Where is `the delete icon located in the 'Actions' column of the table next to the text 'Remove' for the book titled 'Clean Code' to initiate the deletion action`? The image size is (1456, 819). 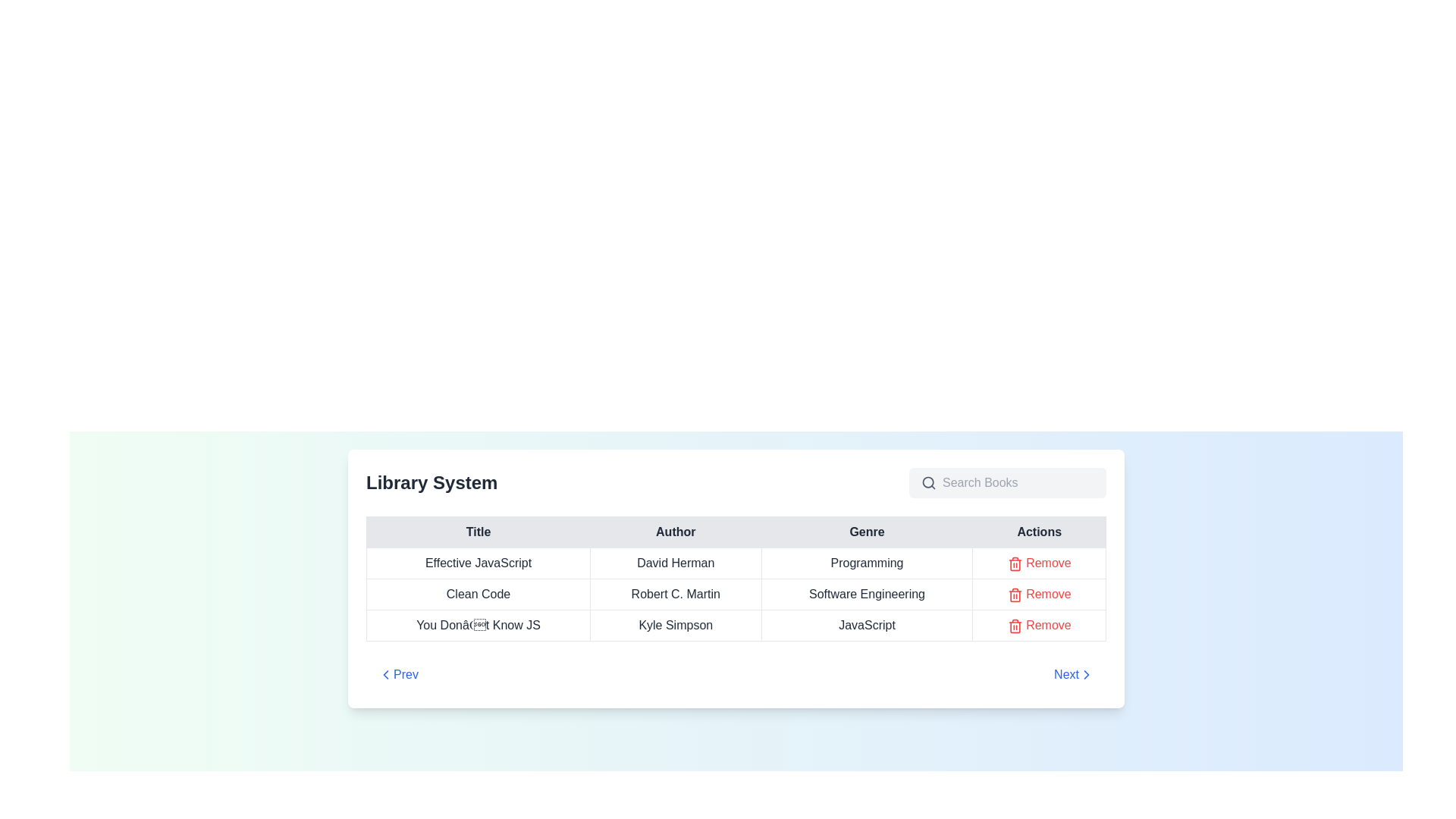 the delete icon located in the 'Actions' column of the table next to the text 'Remove' for the book titled 'Clean Code' to initiate the deletion action is located at coordinates (1015, 593).